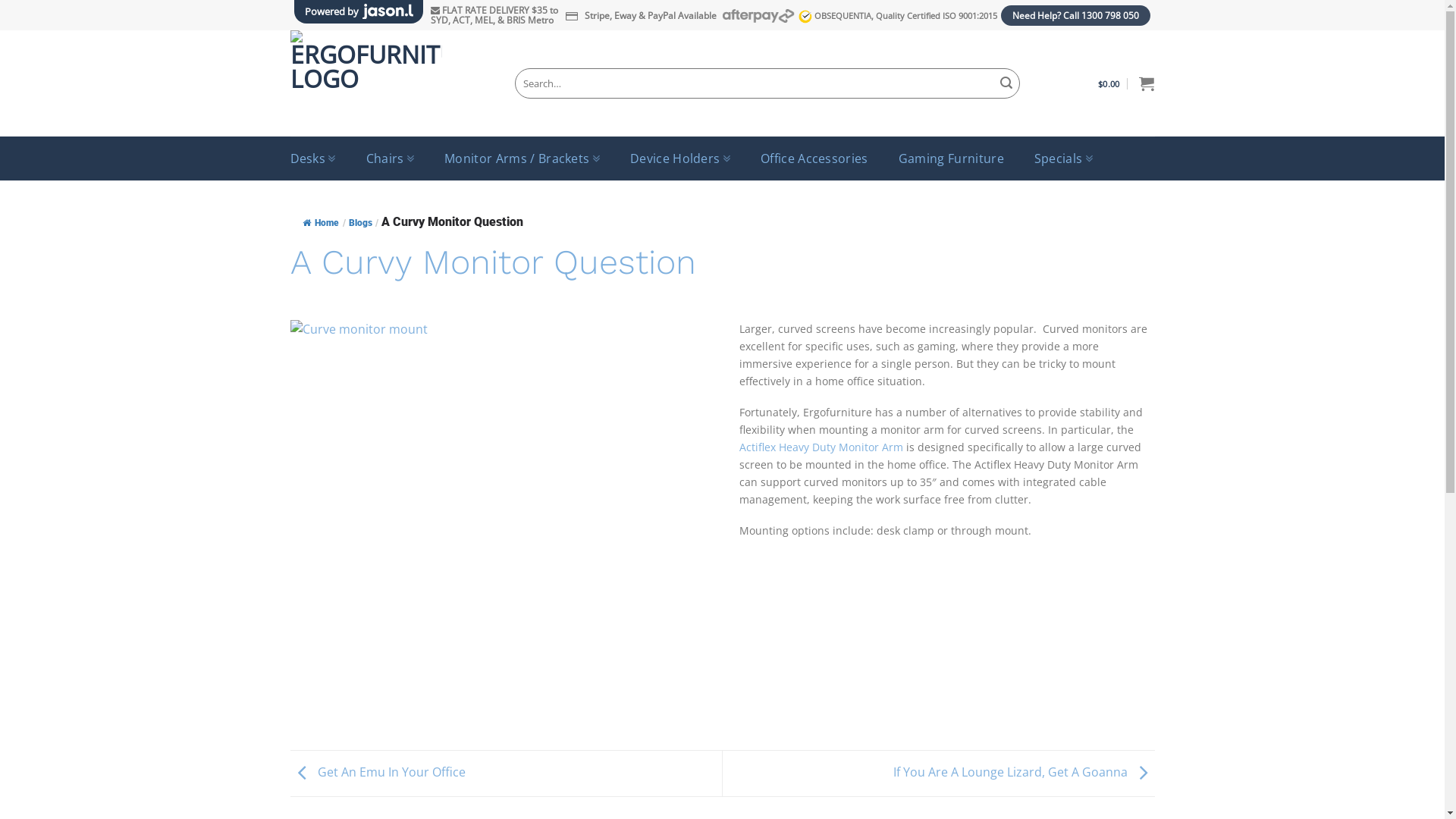  Describe the element at coordinates (1075, 14) in the screenshot. I see `'Need Help? Call 1300 798 050'` at that location.